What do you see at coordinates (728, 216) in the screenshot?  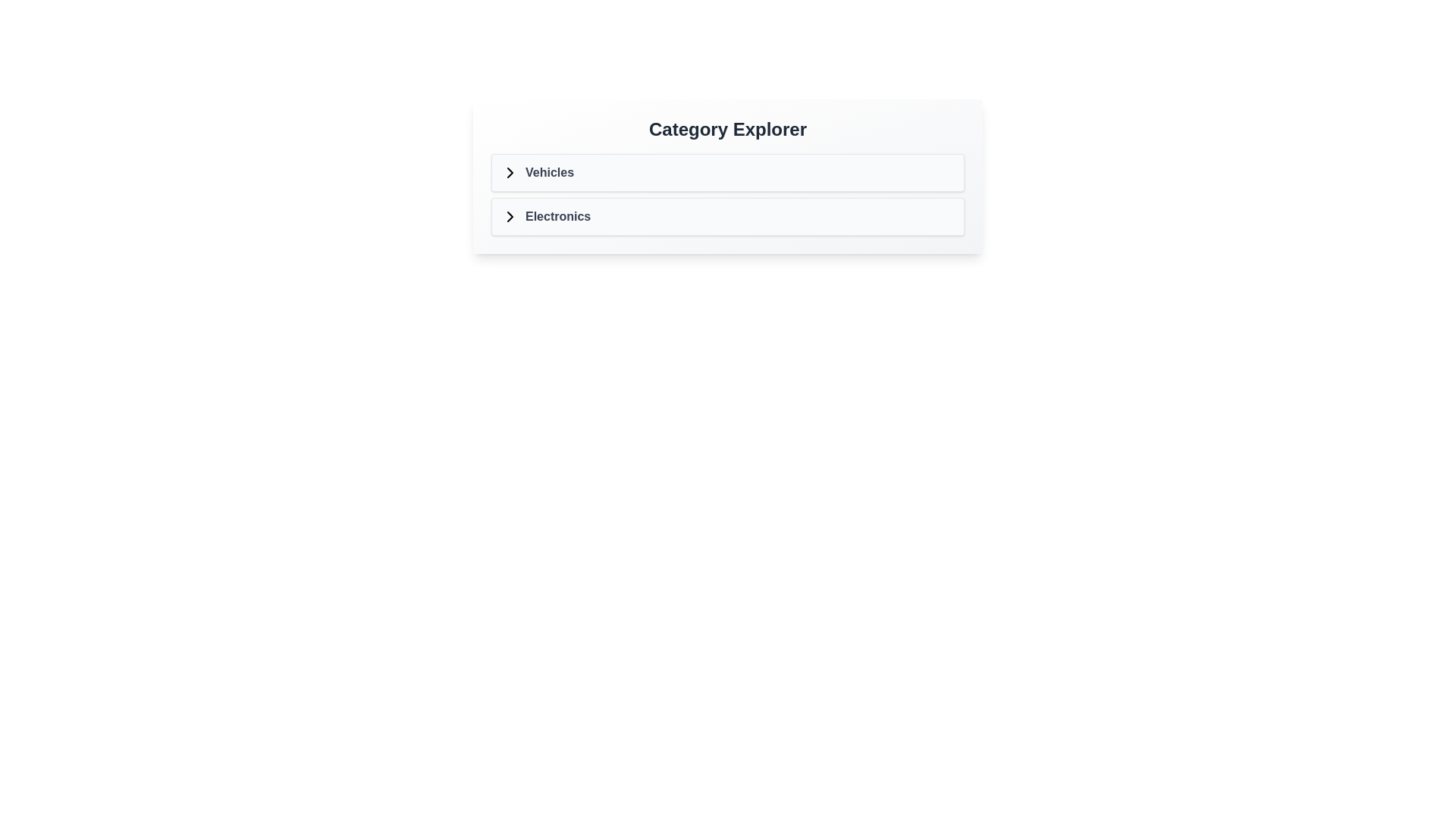 I see `the second item in the vertically stacked list` at bounding box center [728, 216].